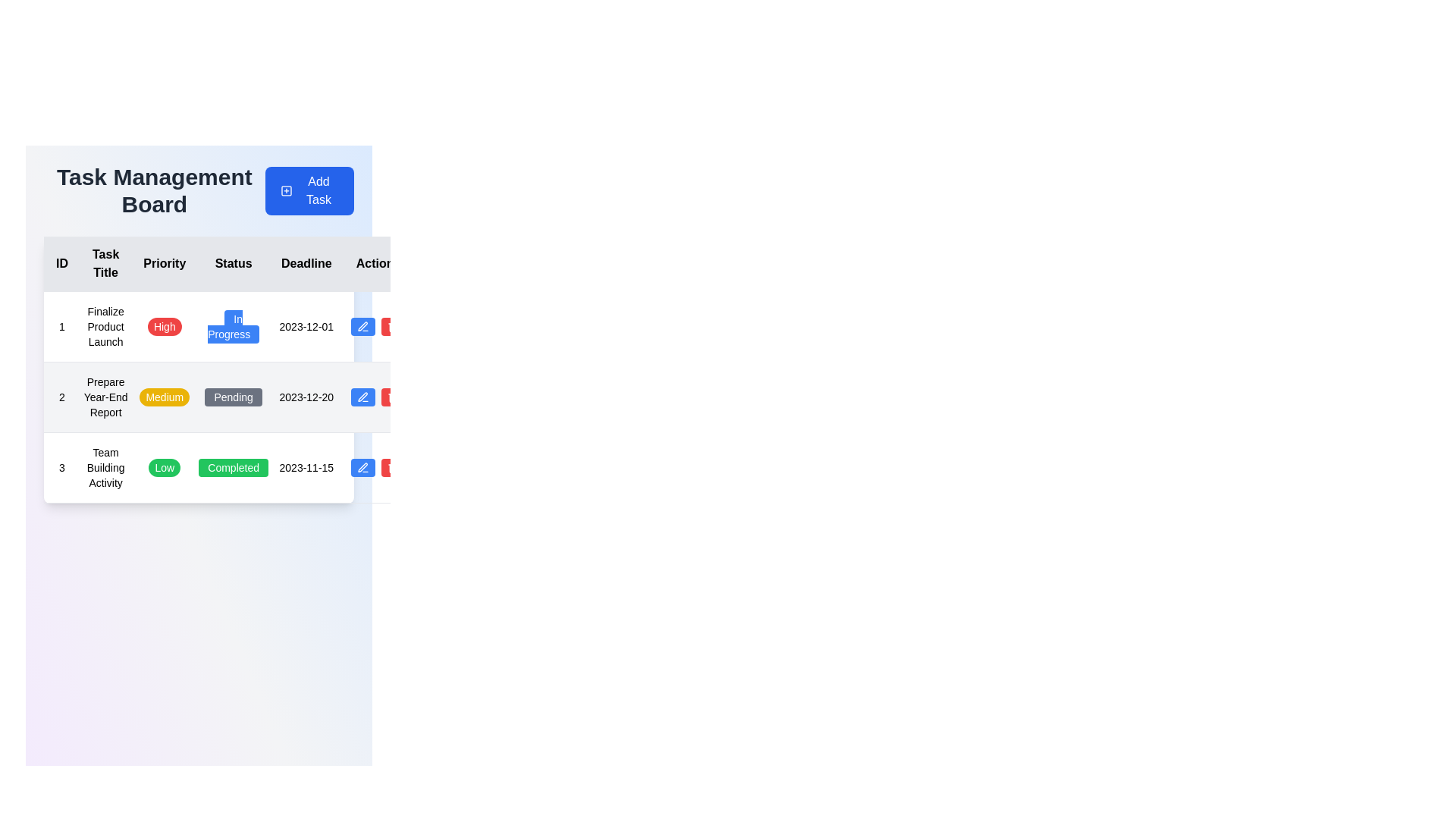 Image resolution: width=1456 pixels, height=819 pixels. Describe the element at coordinates (165, 326) in the screenshot. I see `the 'High' priority Status indicator button located in the 'Priority' column next to the task title 'Finalize Product Launch'` at that location.